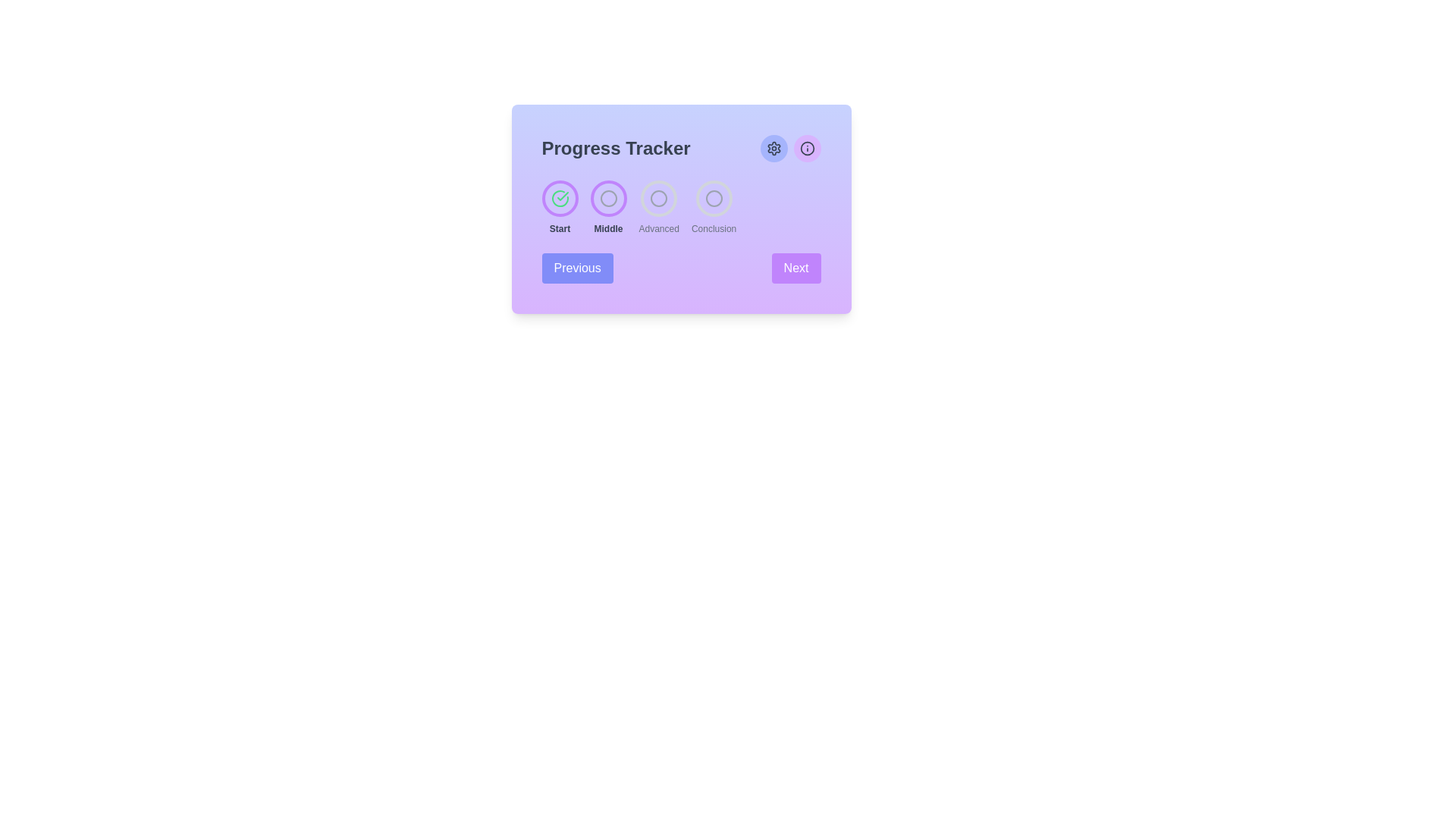  I want to click on the 'Advanced' button in the Progress Tracker section for interaction, so click(659, 207).